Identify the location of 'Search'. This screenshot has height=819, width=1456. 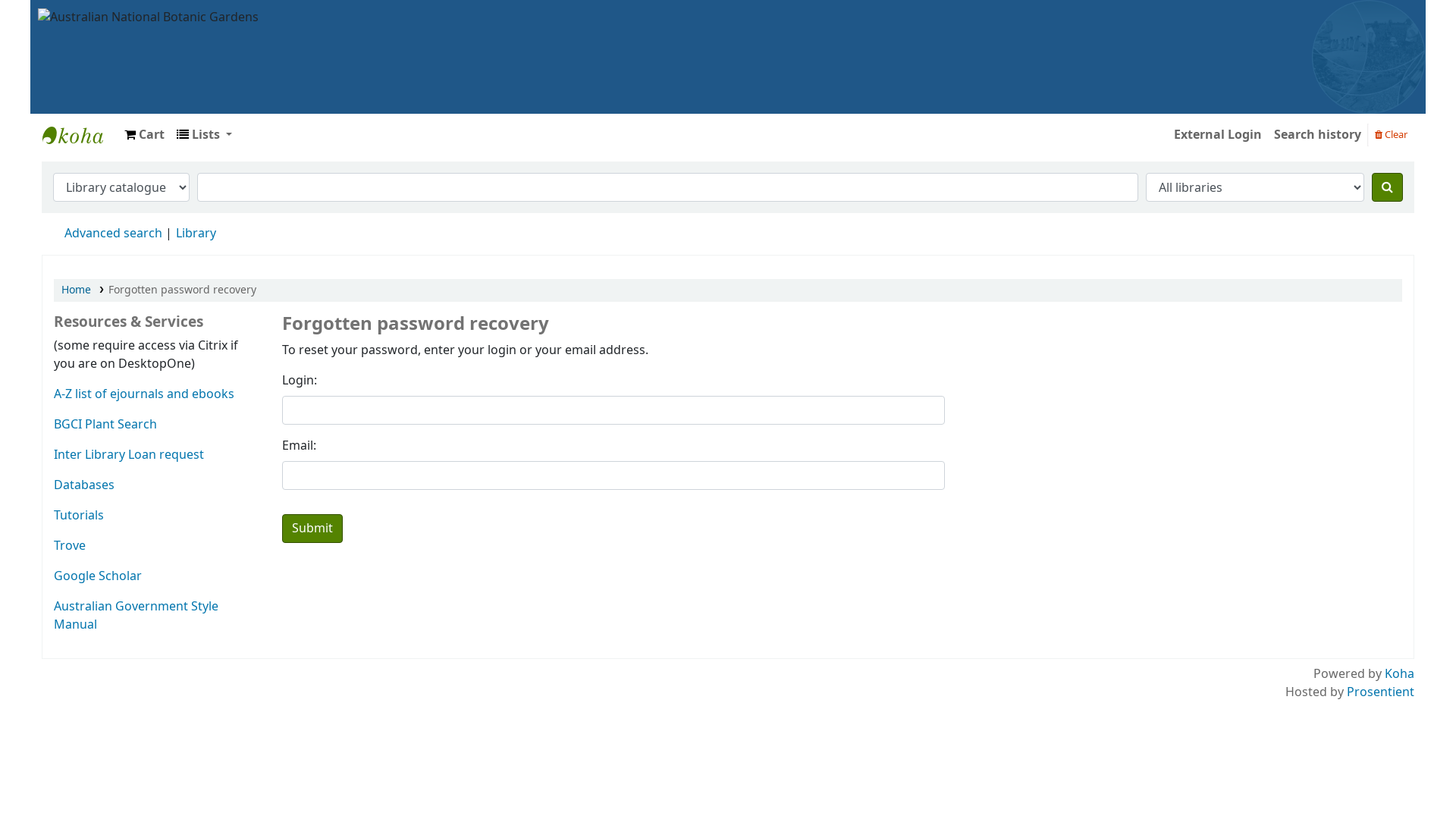
(1387, 186).